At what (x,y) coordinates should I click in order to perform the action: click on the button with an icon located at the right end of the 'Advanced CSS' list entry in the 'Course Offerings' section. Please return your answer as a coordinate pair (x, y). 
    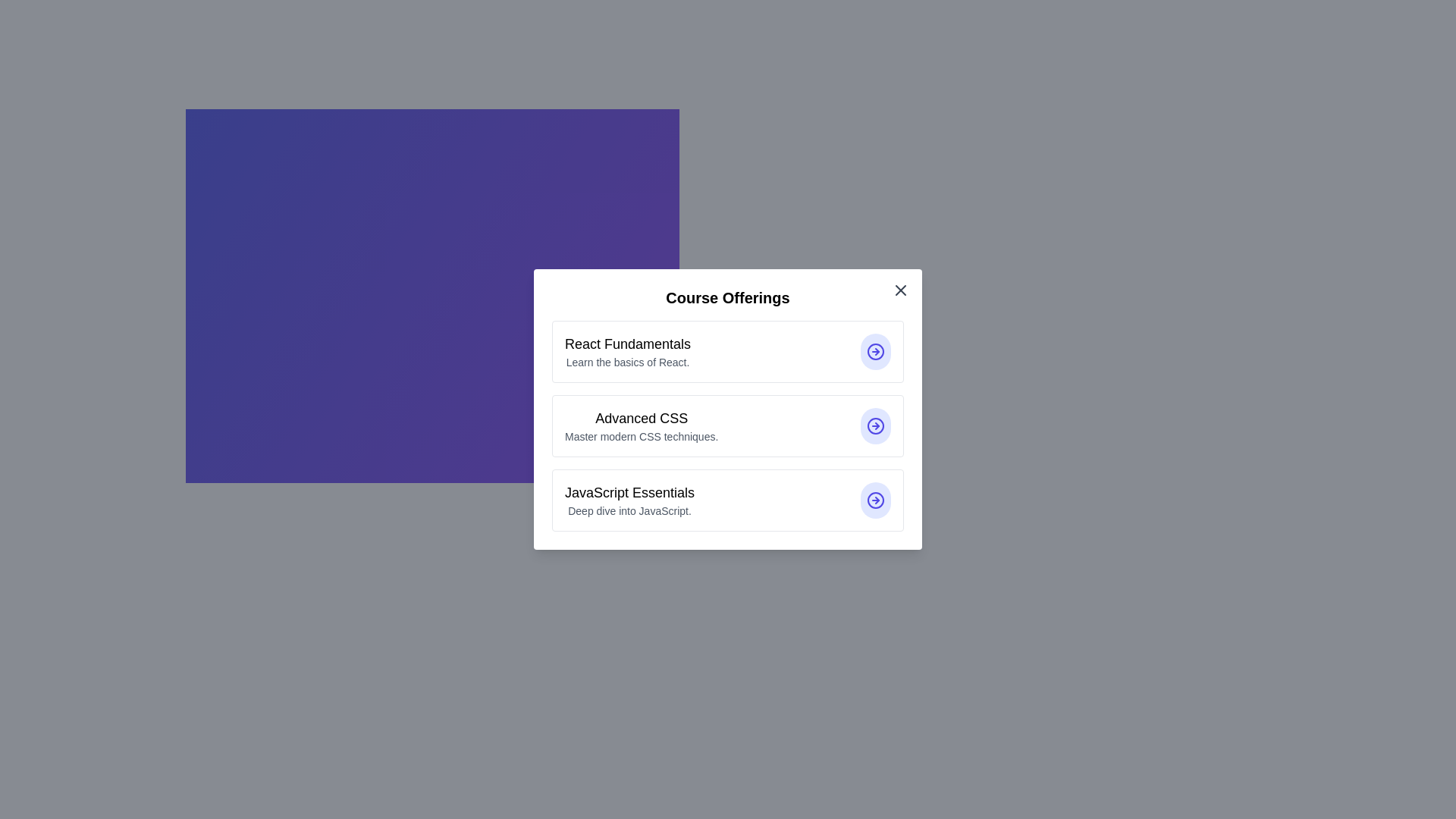
    Looking at the image, I should click on (876, 426).